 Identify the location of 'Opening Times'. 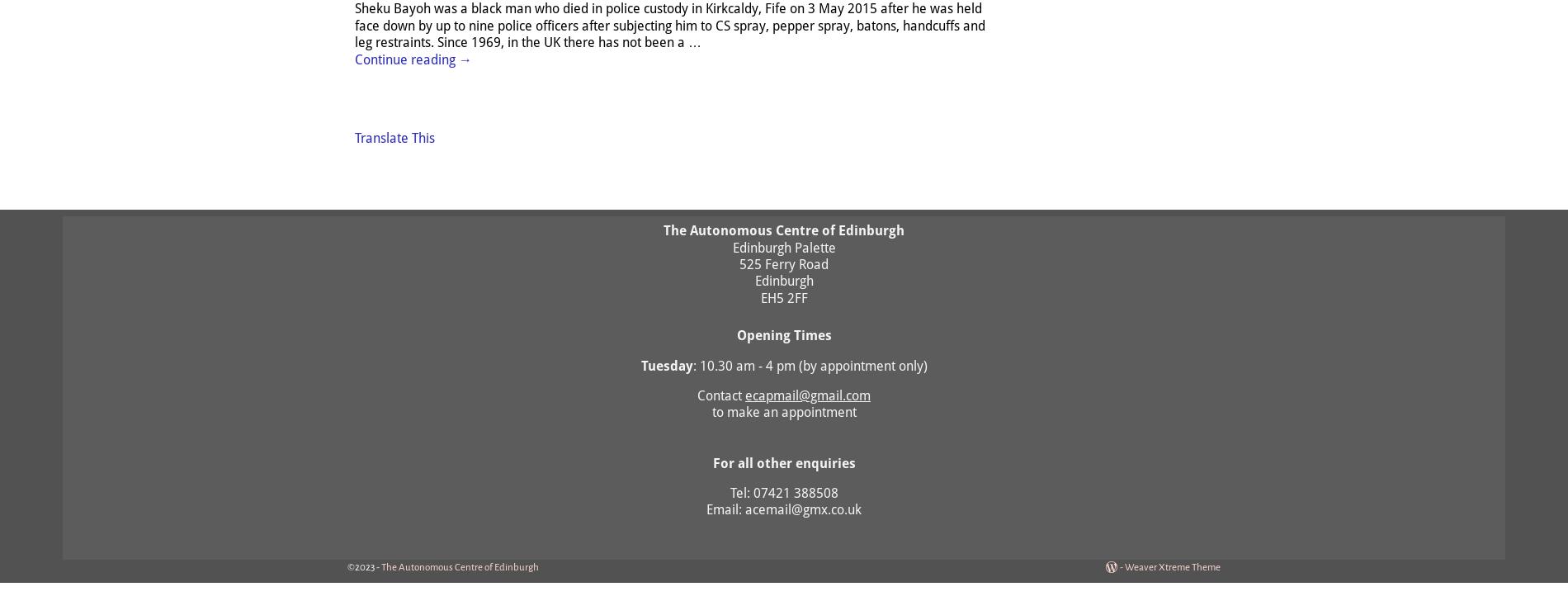
(782, 335).